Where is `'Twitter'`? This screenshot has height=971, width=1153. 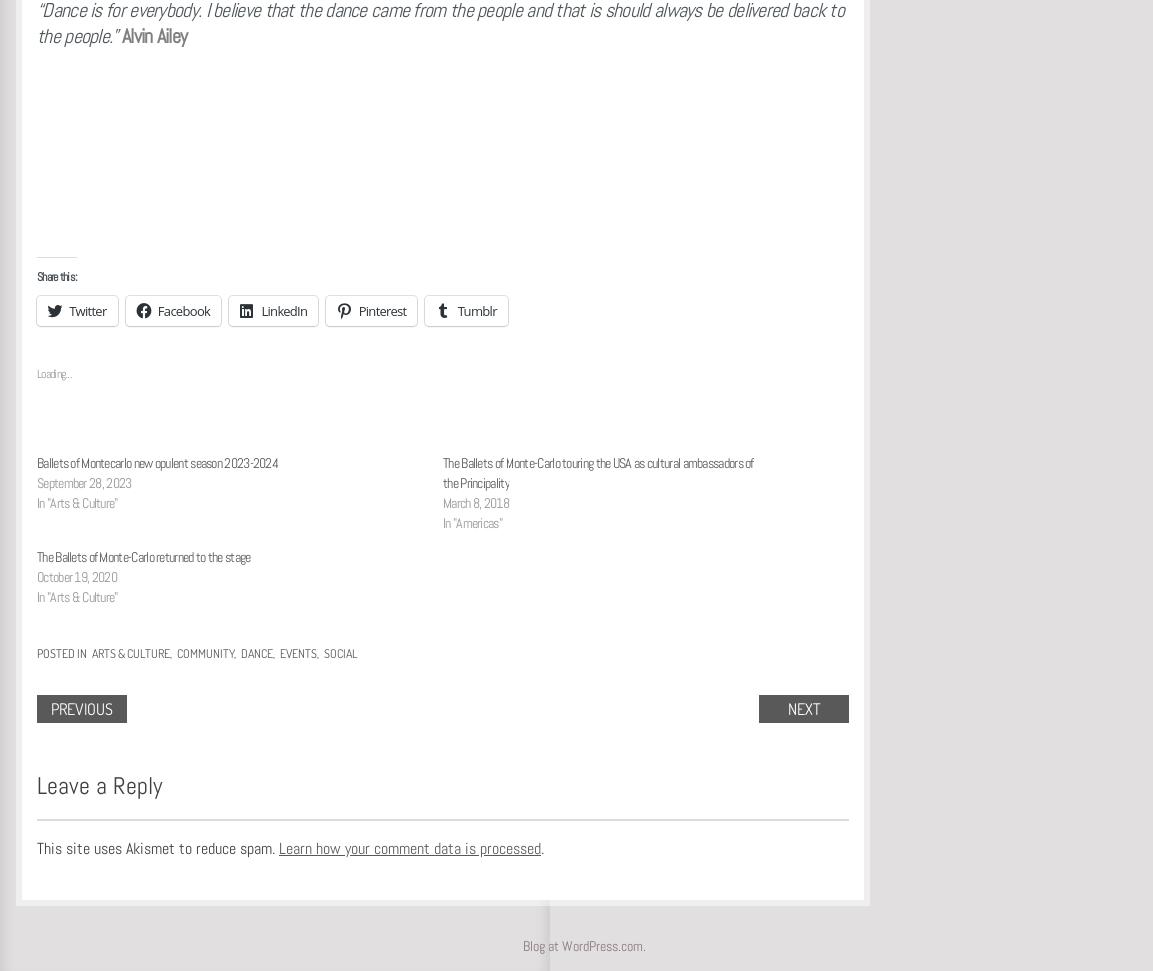 'Twitter' is located at coordinates (86, 310).